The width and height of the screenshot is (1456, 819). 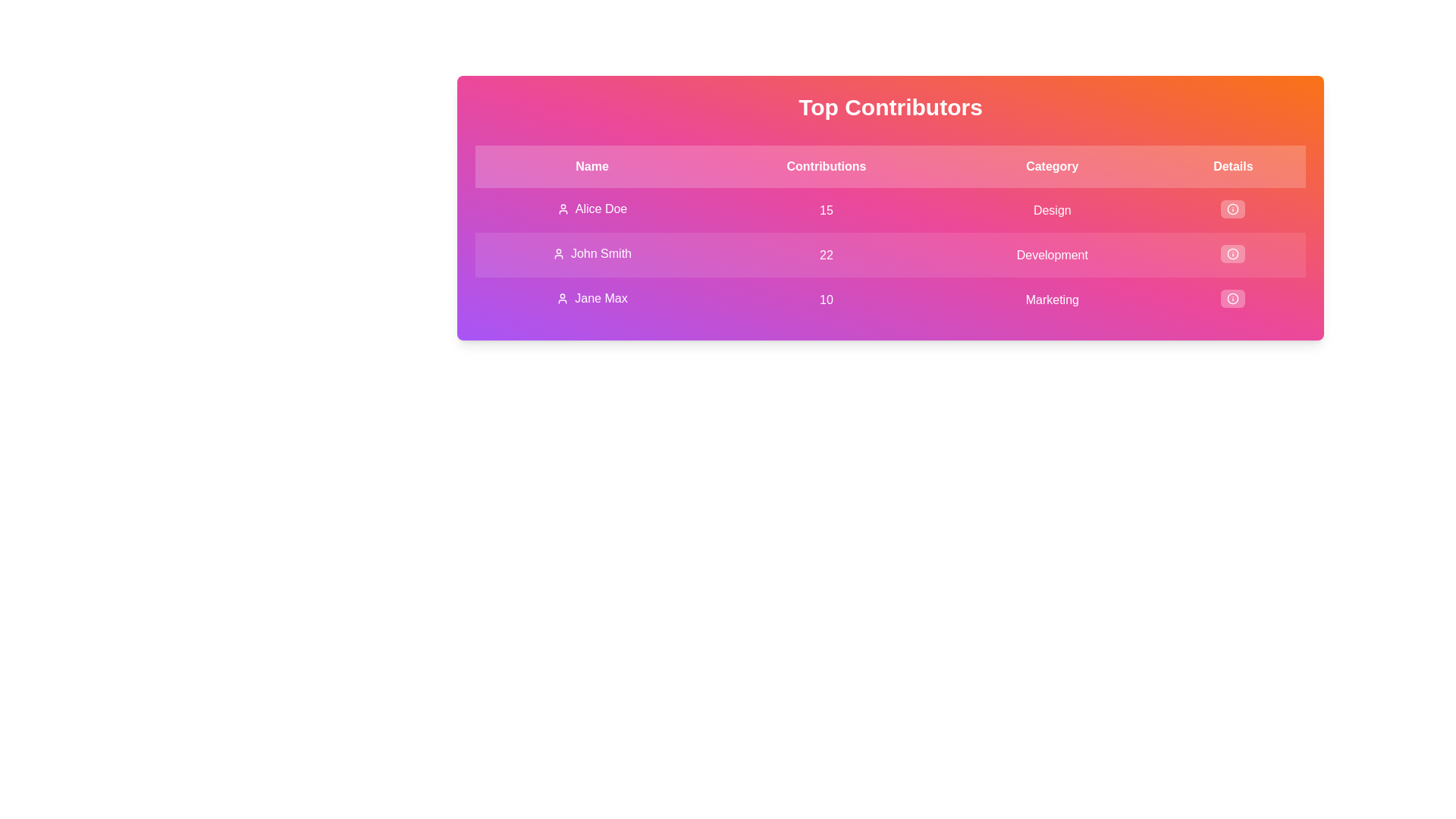 I want to click on the 'Marketing' text label in the 'Category' column of the 'Top Contributors' table, which is styled with a bold white font on a pink and orange gradient background, so click(x=1051, y=300).